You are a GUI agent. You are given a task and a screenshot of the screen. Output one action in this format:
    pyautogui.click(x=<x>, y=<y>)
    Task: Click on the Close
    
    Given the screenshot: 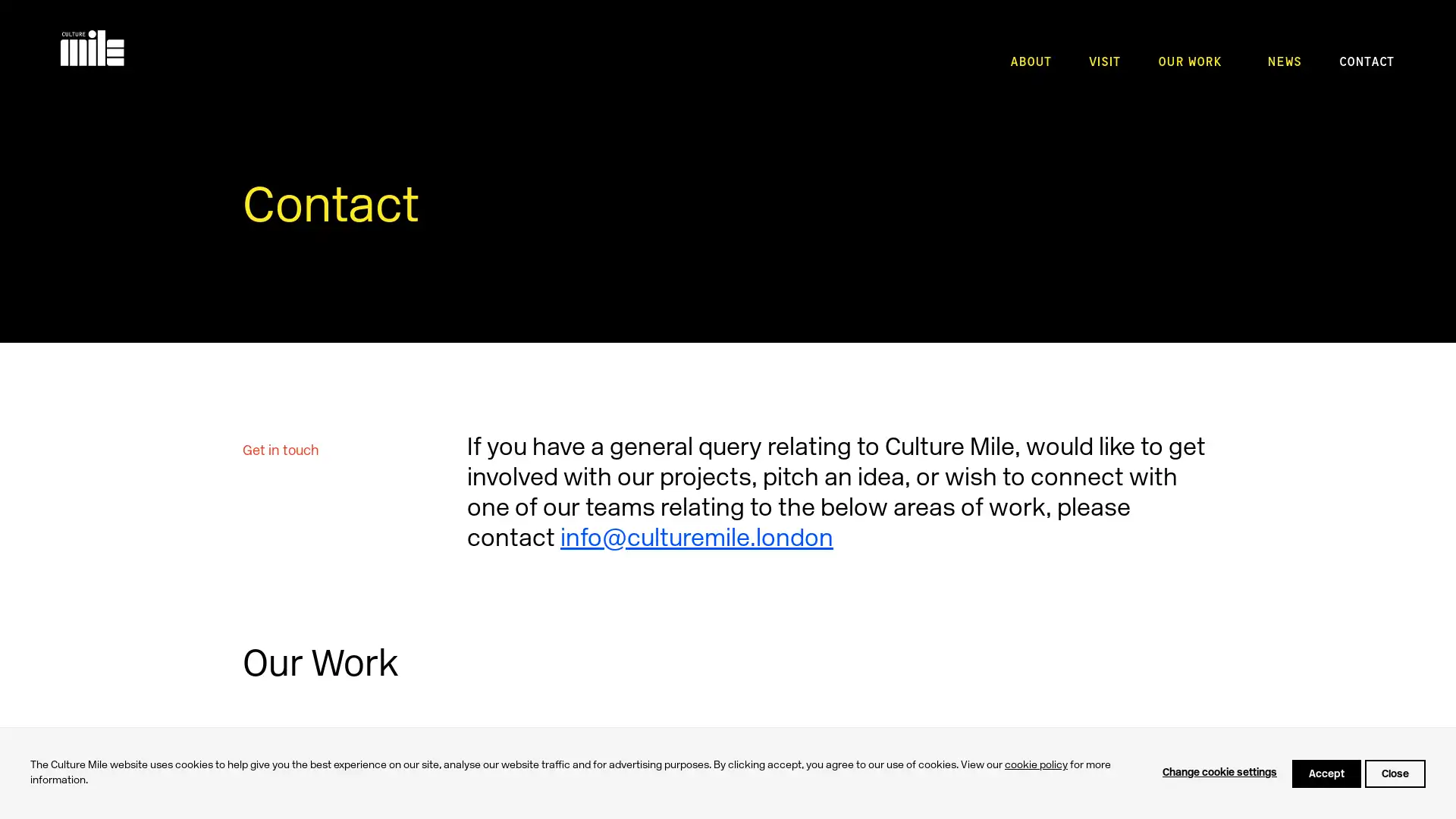 What is the action you would take?
    pyautogui.click(x=1395, y=773)
    